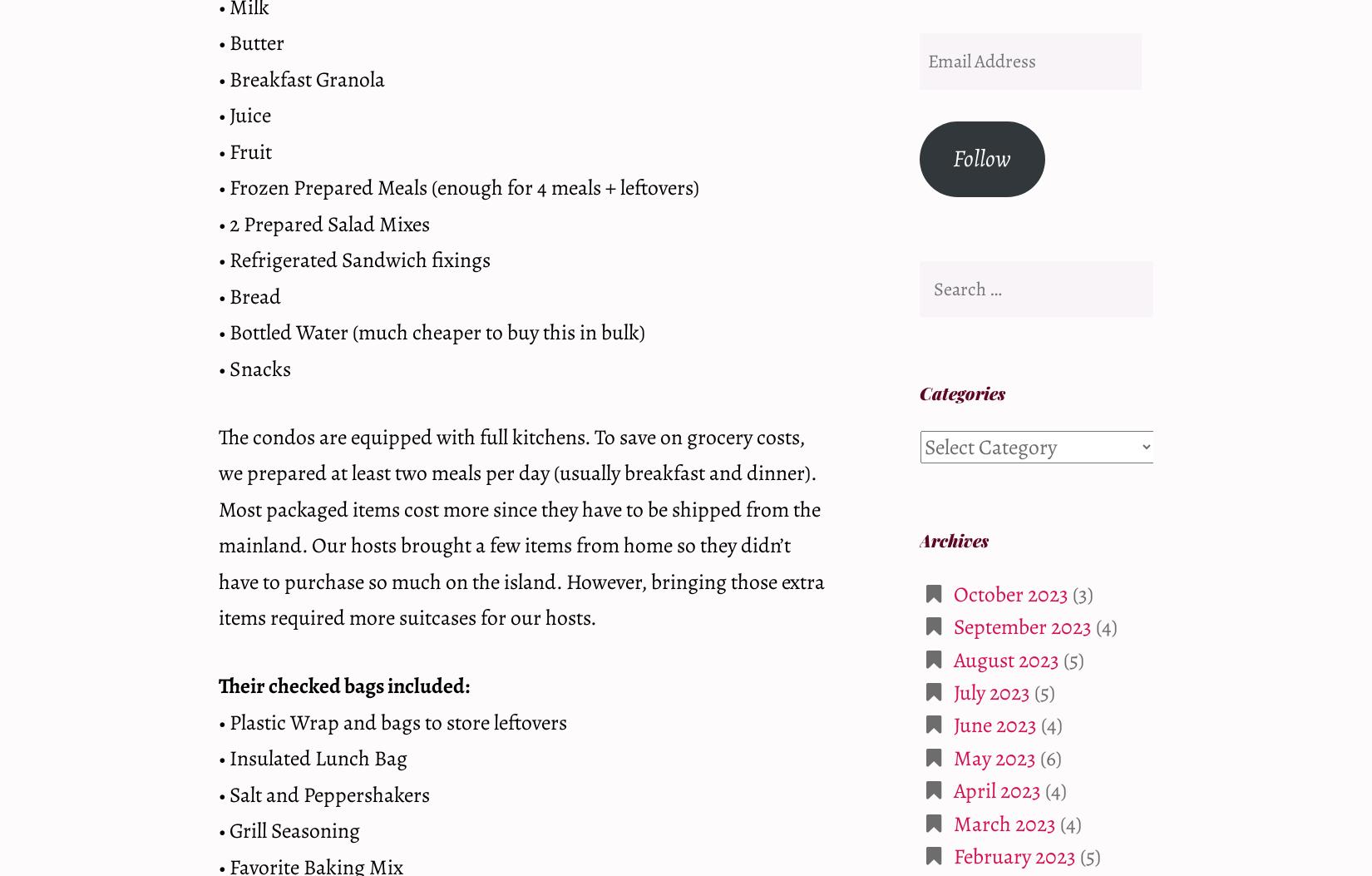  Describe the element at coordinates (982, 157) in the screenshot. I see `'Follow'` at that location.